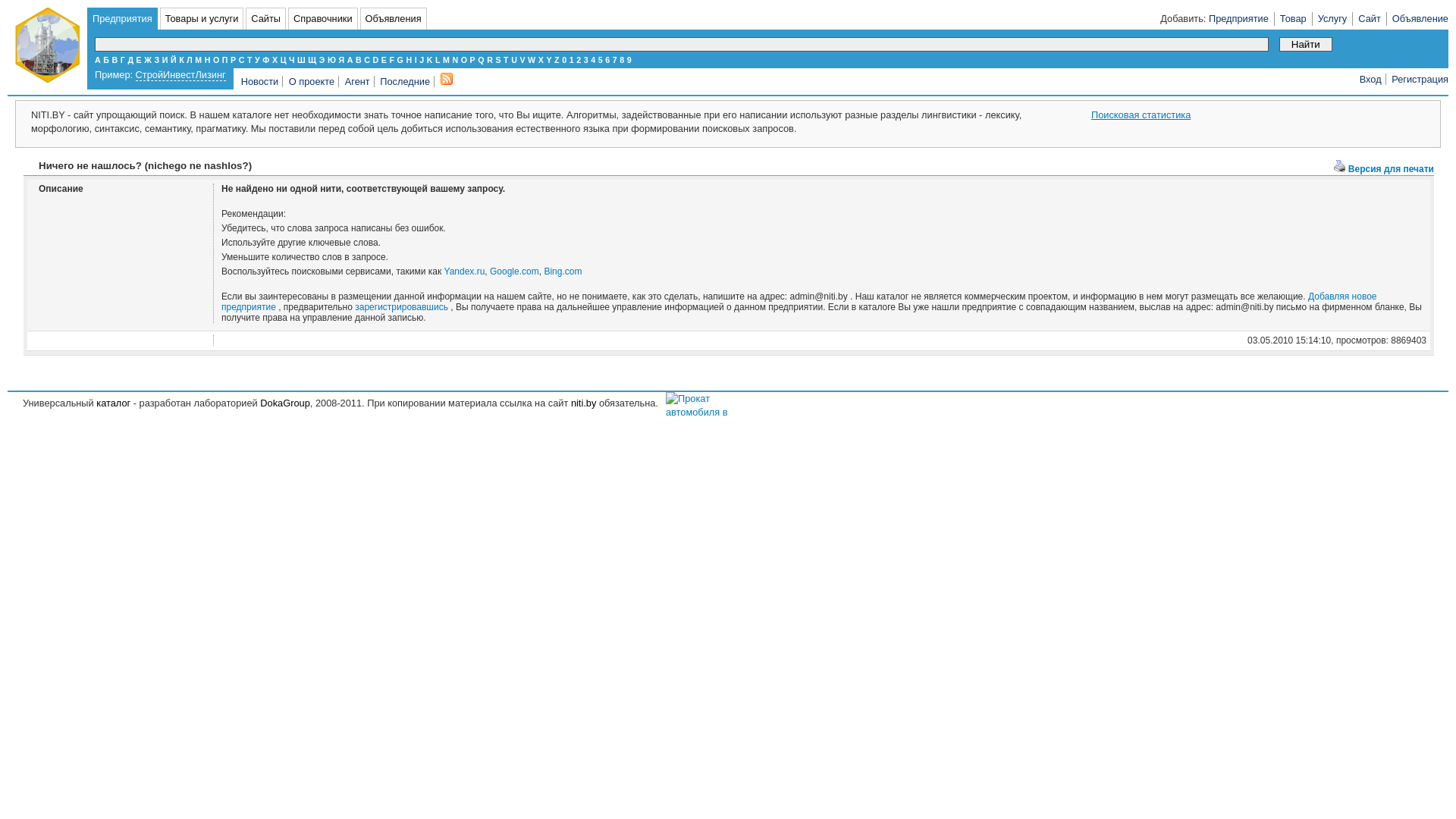 This screenshot has width=1456, height=819. What do you see at coordinates (437, 58) in the screenshot?
I see `'L'` at bounding box center [437, 58].